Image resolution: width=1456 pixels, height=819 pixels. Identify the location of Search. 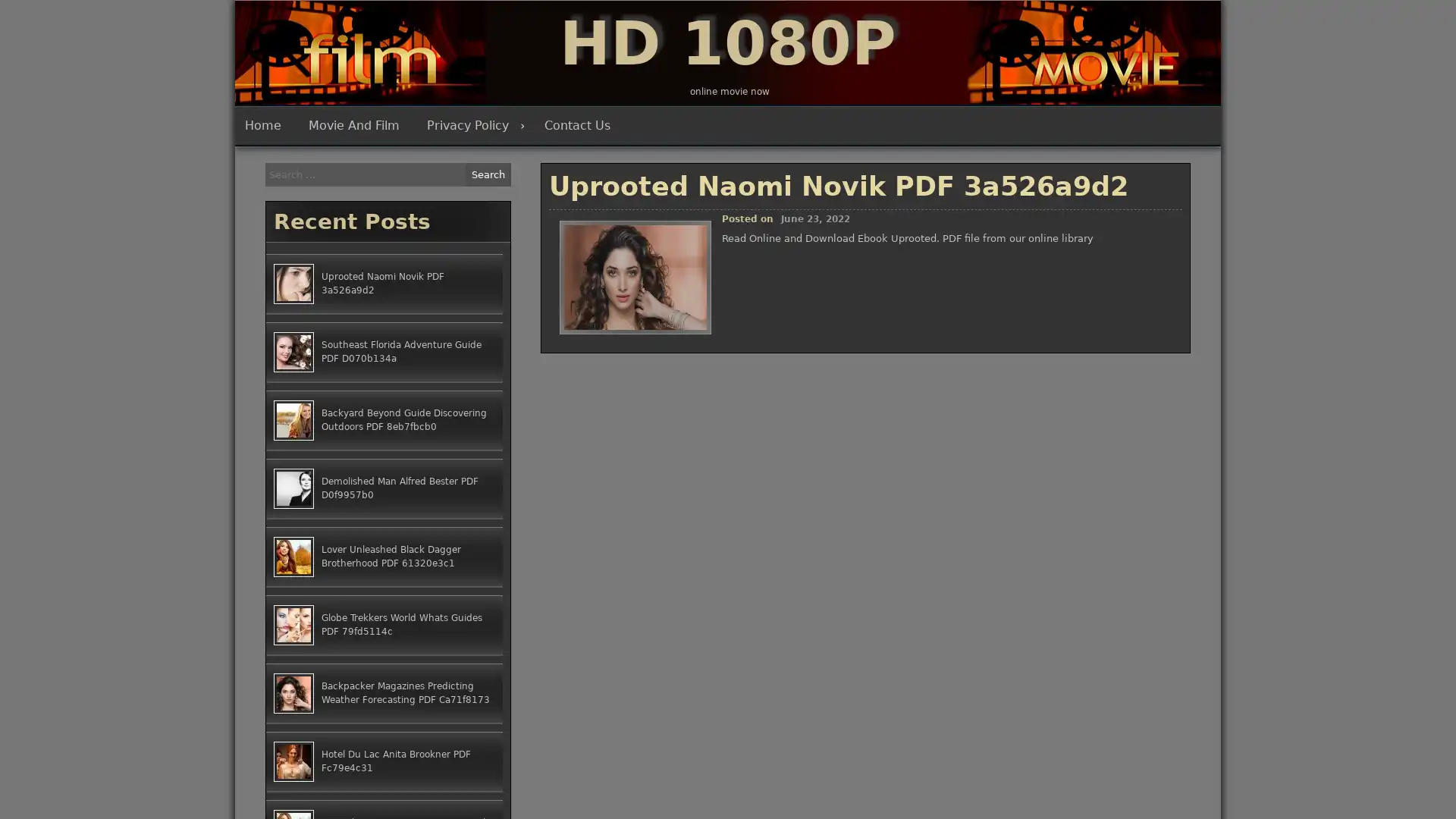
(488, 174).